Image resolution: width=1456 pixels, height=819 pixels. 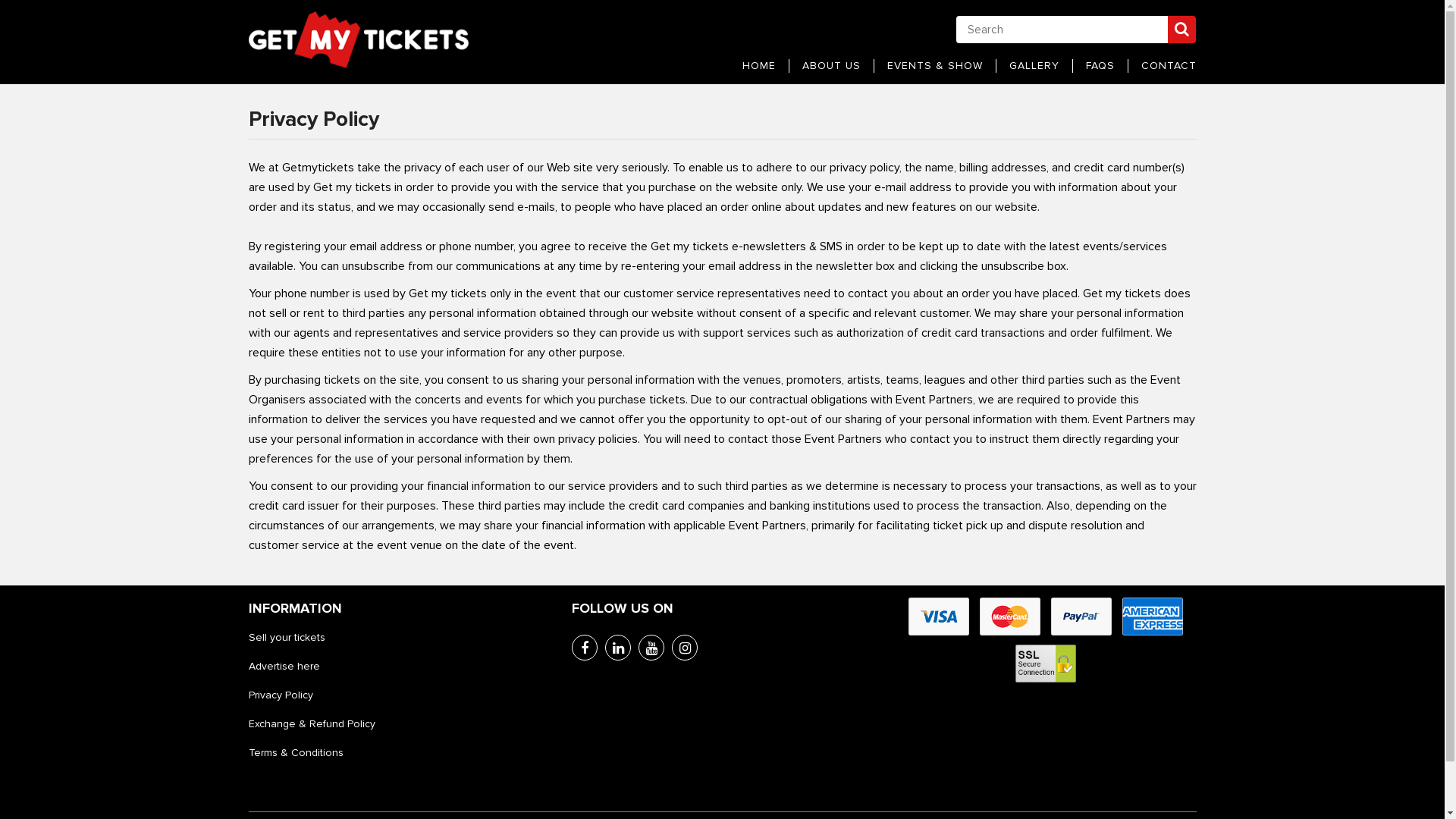 What do you see at coordinates (1167, 65) in the screenshot?
I see `'CONTACT'` at bounding box center [1167, 65].